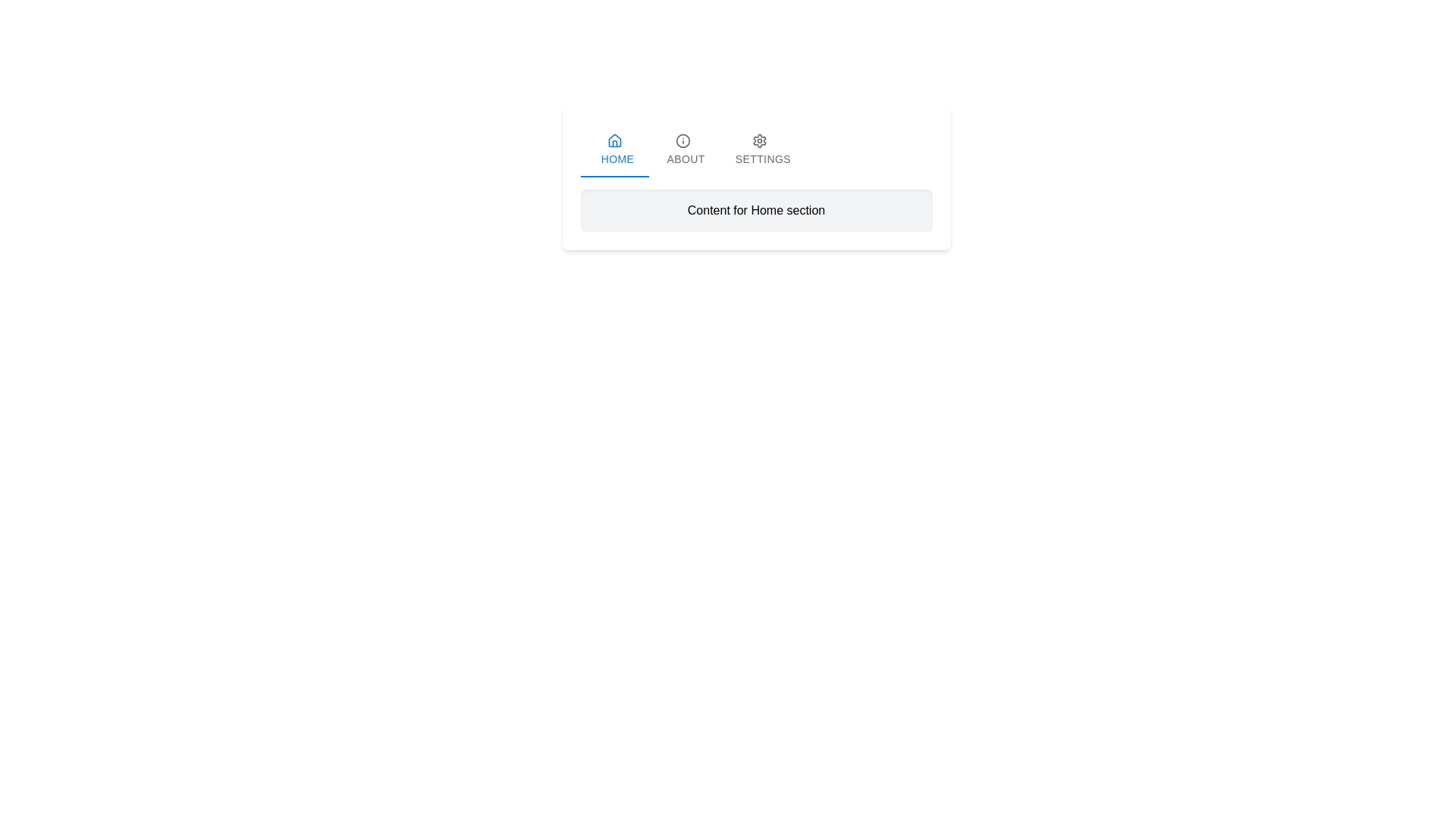 This screenshot has height=819, width=1456. What do you see at coordinates (614, 175) in the screenshot?
I see `the indicator bar that highlights the currently active 'Home' tab in the navigation bar at the top of the page` at bounding box center [614, 175].